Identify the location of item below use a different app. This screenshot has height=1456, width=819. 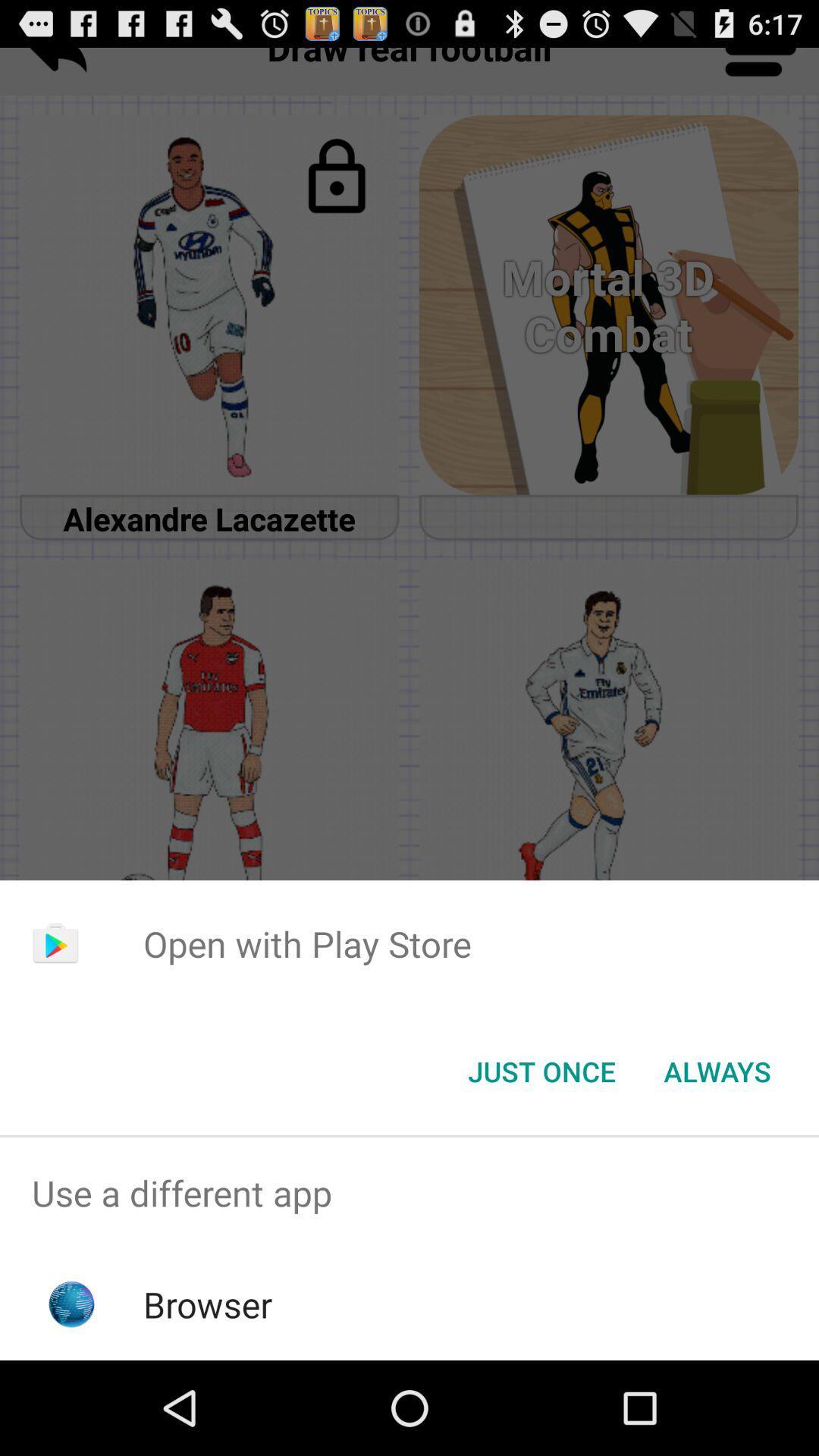
(208, 1304).